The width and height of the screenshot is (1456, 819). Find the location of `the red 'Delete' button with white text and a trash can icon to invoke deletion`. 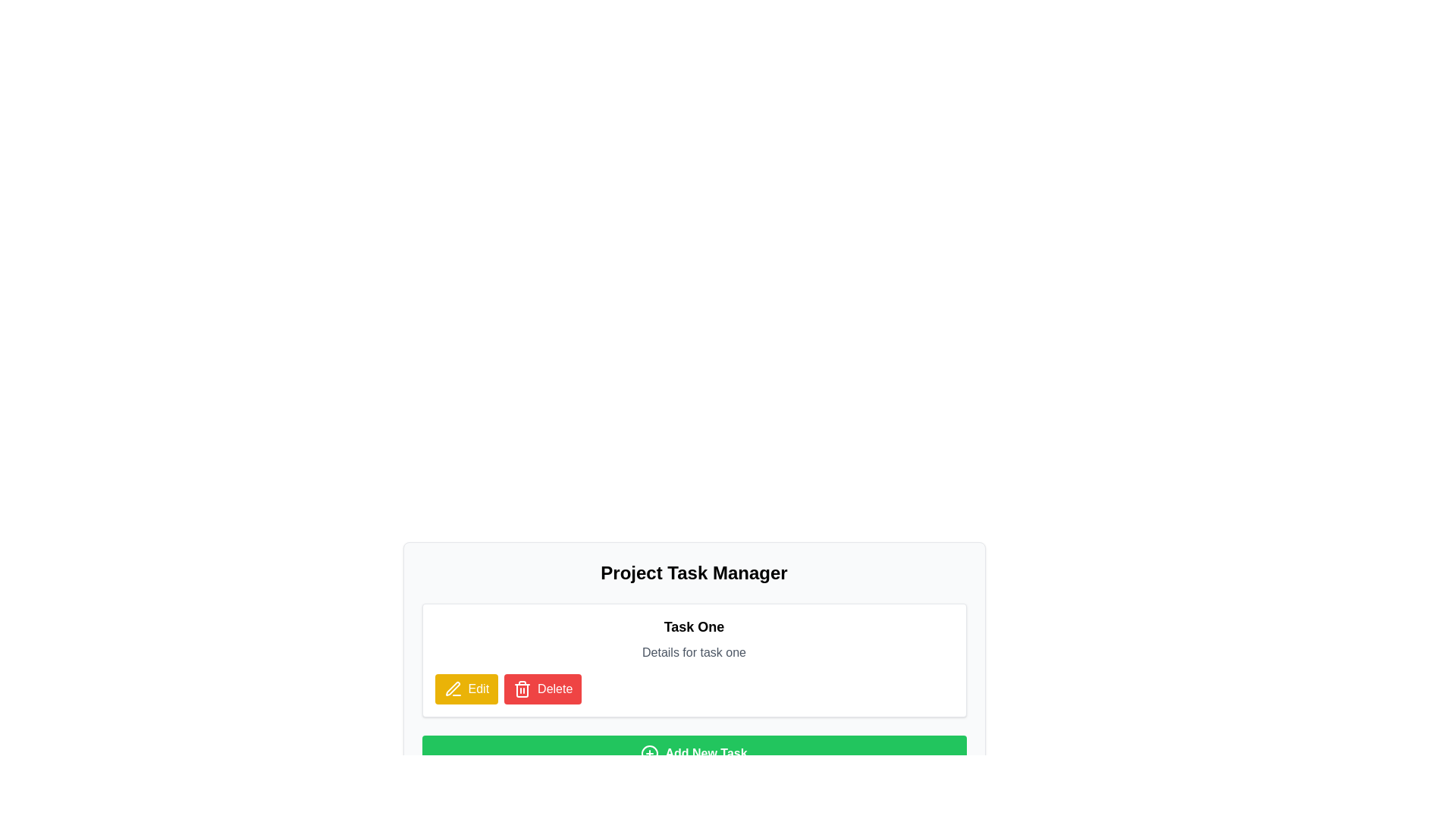

the red 'Delete' button with white text and a trash can icon to invoke deletion is located at coordinates (543, 689).